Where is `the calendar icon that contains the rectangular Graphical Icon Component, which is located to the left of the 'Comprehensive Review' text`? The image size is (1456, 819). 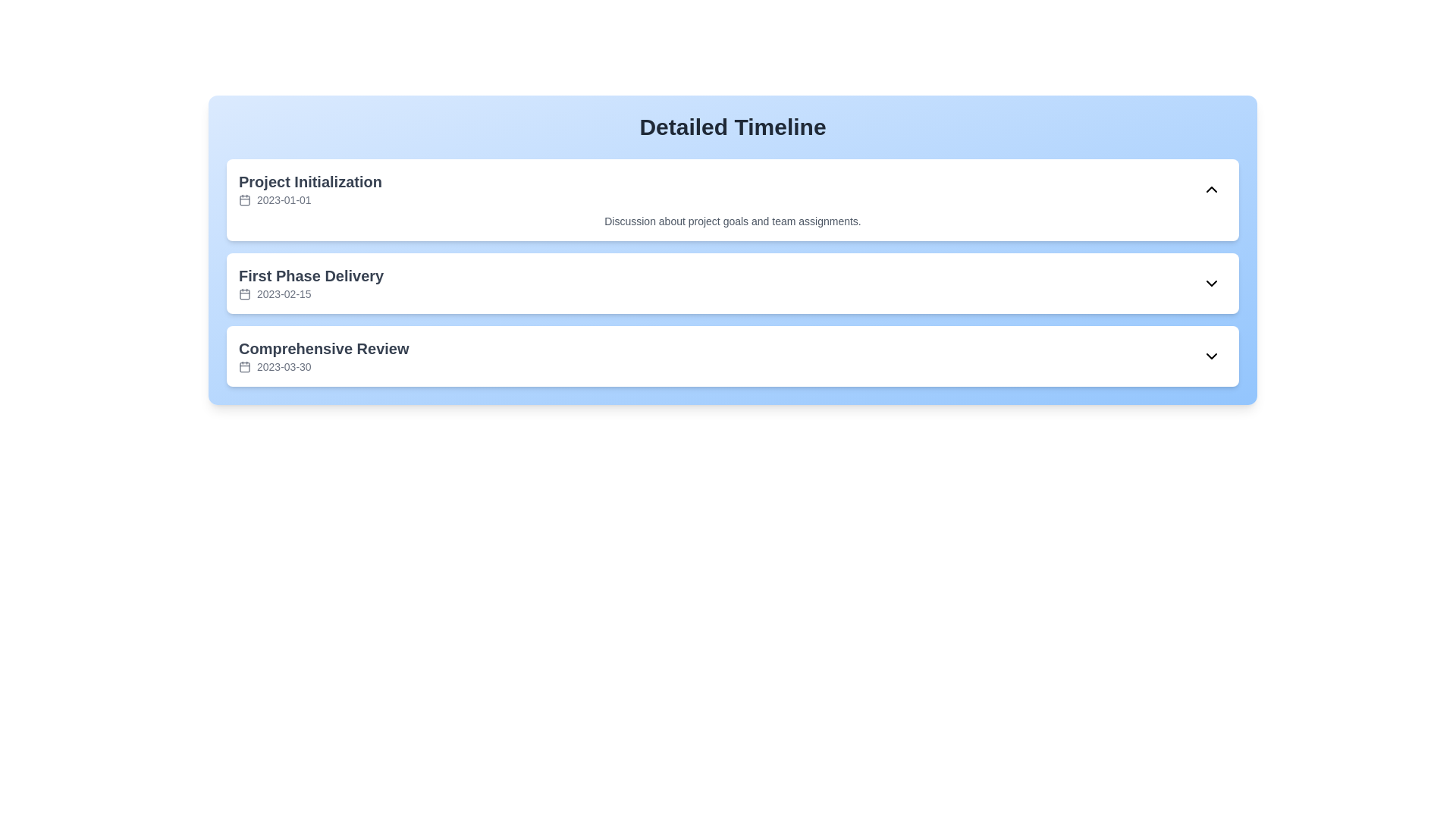 the calendar icon that contains the rectangular Graphical Icon Component, which is located to the left of the 'Comprehensive Review' text is located at coordinates (244, 366).